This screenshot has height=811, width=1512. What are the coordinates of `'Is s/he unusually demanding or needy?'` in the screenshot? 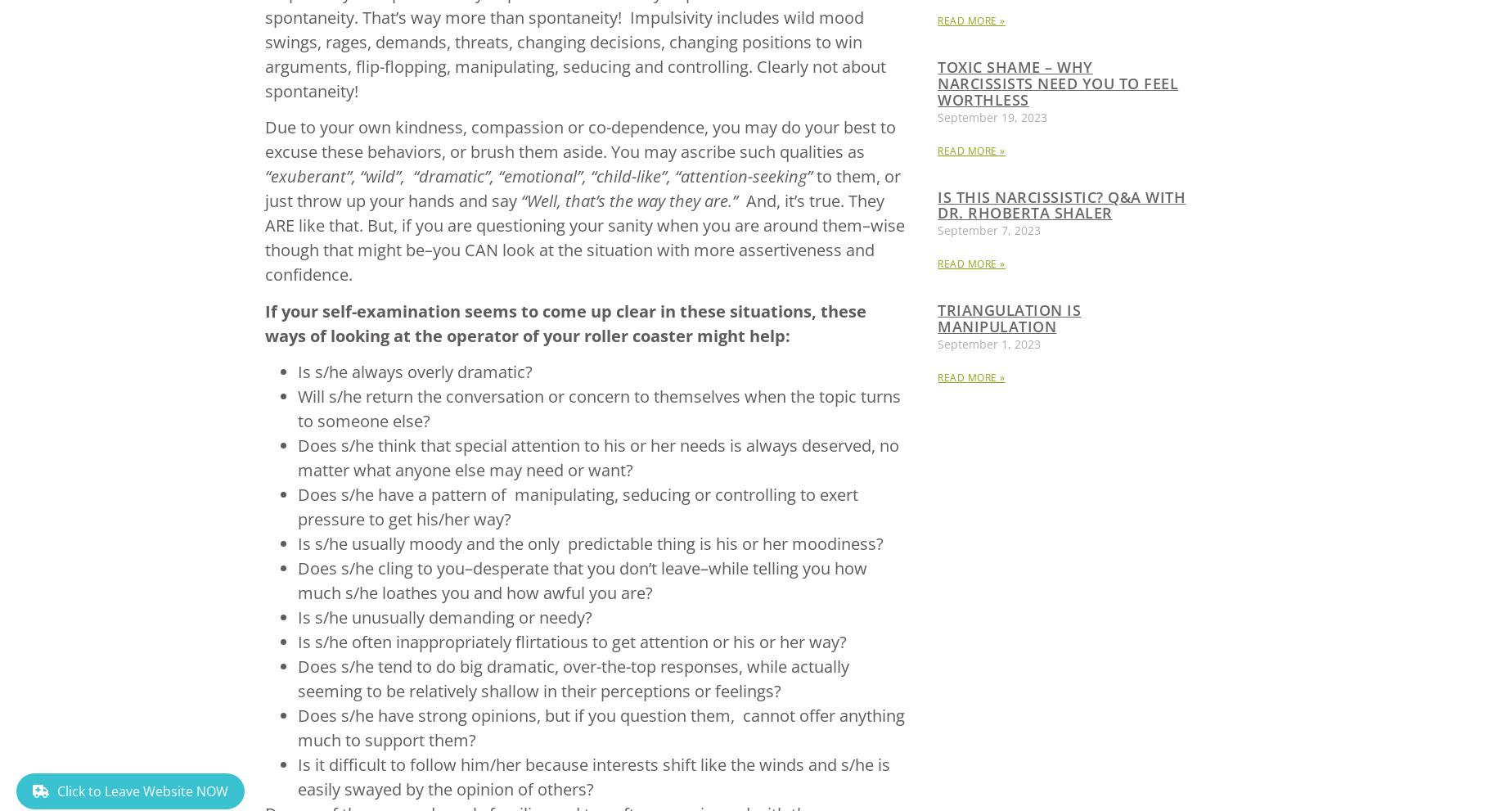 It's located at (443, 615).